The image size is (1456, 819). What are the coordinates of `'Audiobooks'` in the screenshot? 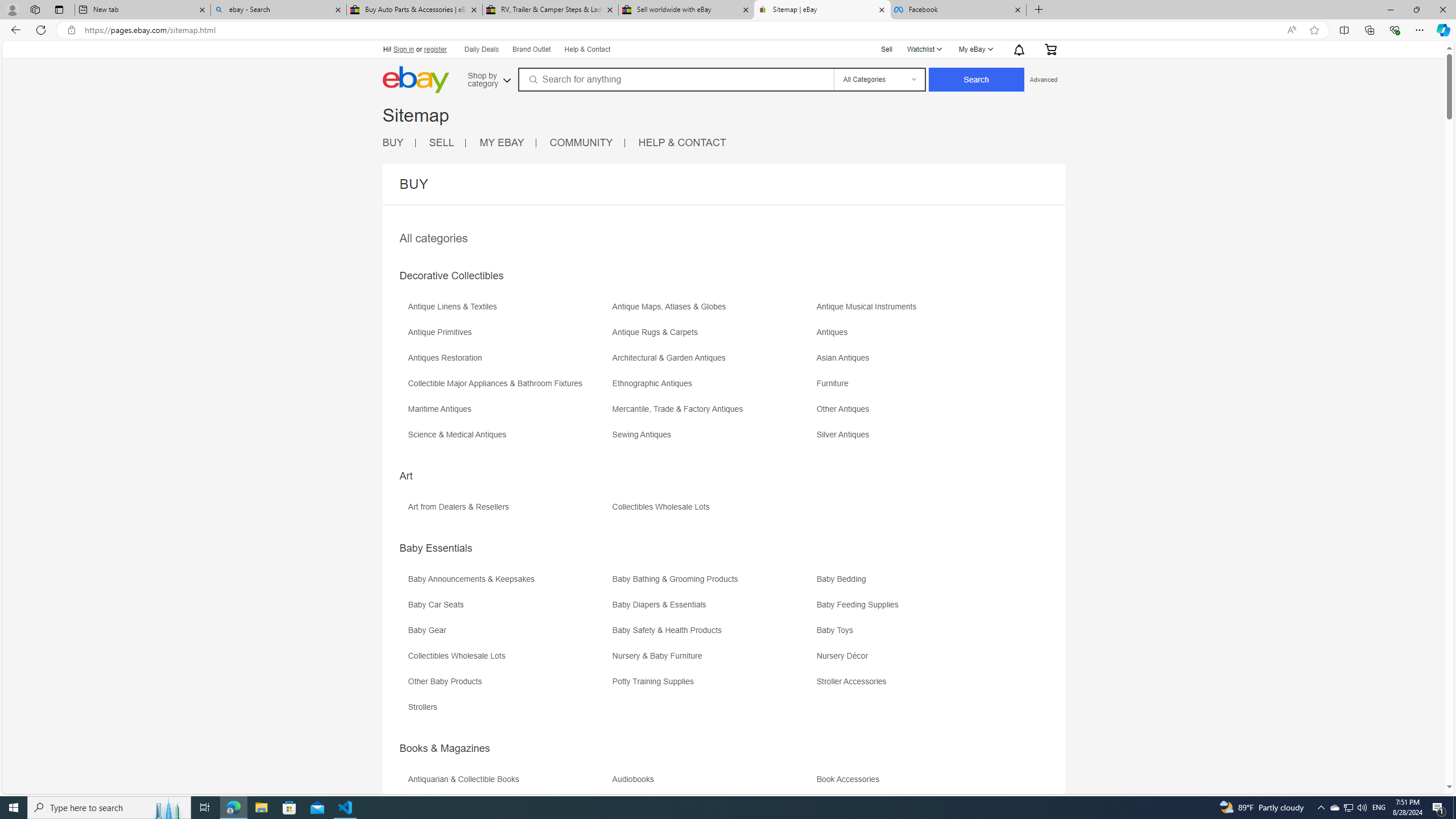 It's located at (712, 783).